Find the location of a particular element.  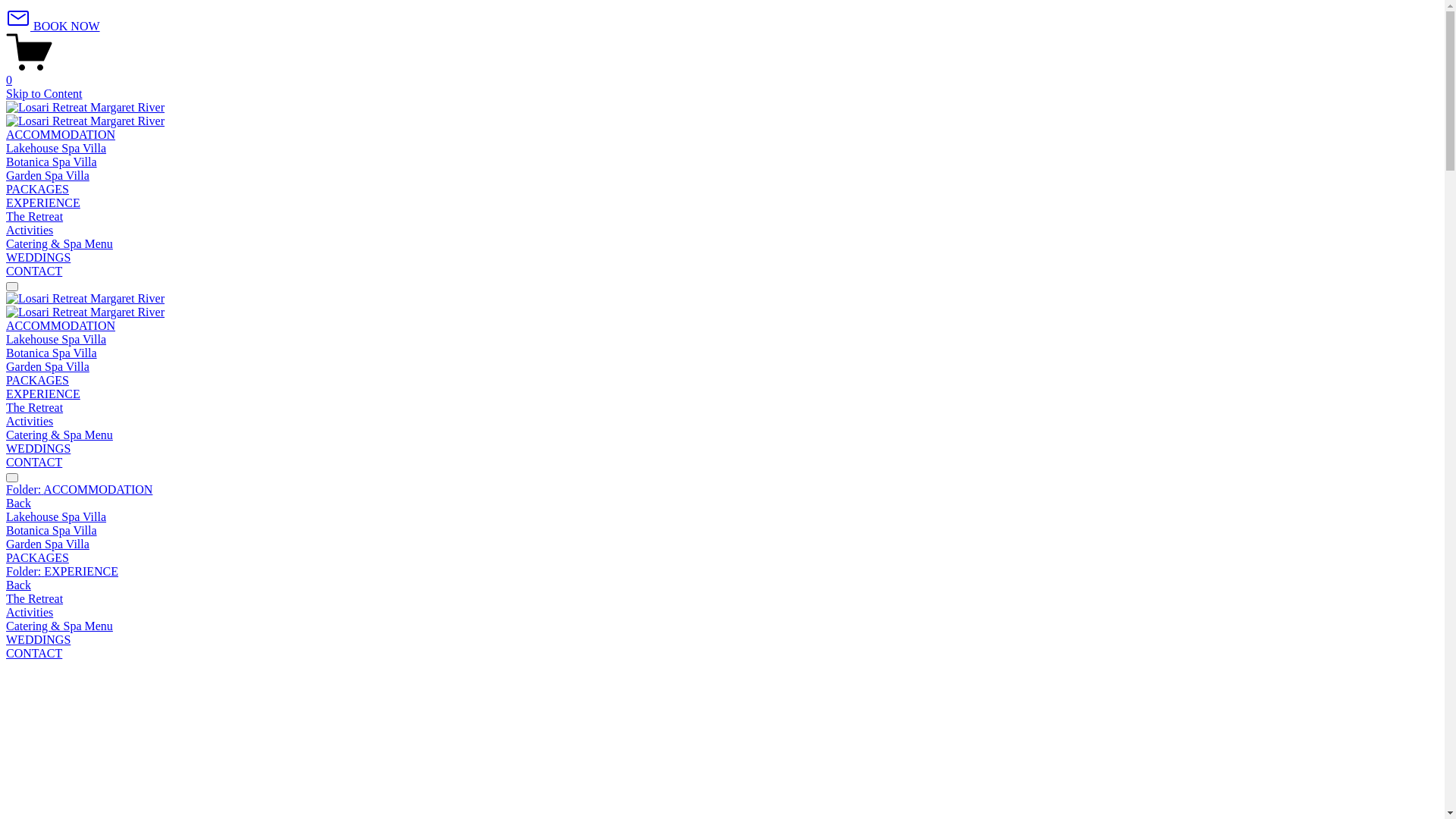

'CONTACT' is located at coordinates (33, 270).